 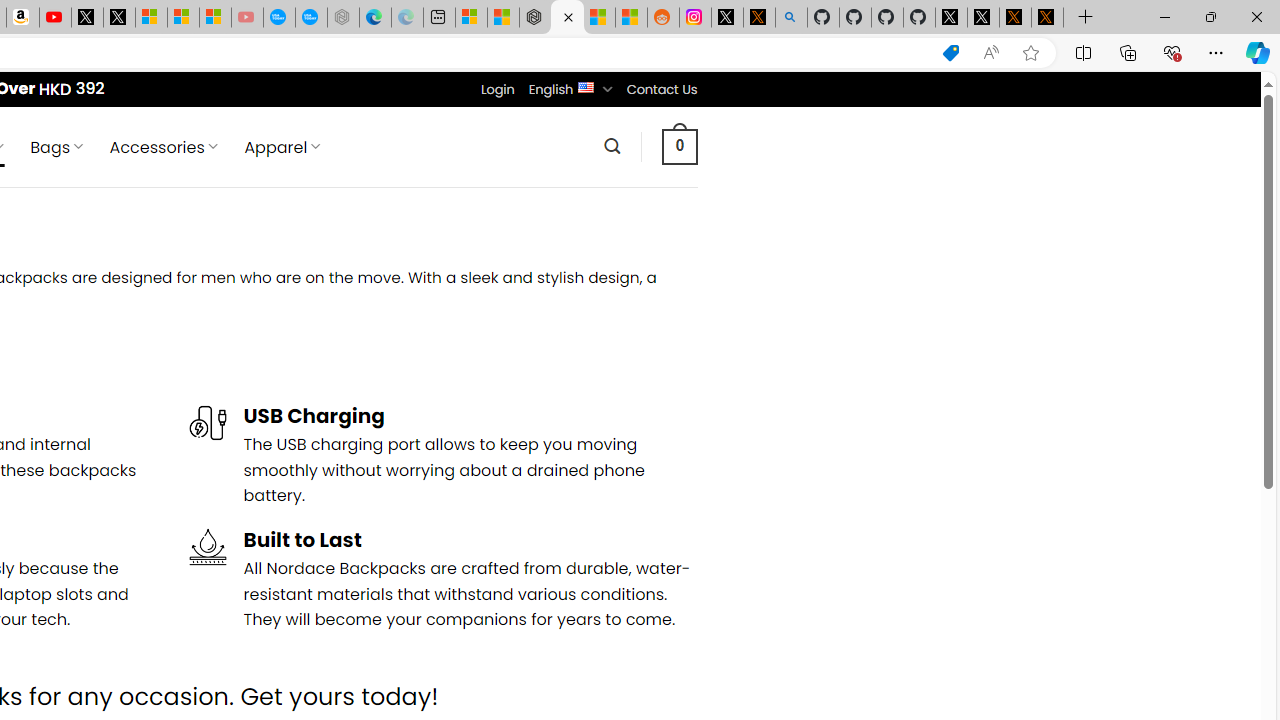 What do you see at coordinates (611, 145) in the screenshot?
I see `'Search'` at bounding box center [611, 145].